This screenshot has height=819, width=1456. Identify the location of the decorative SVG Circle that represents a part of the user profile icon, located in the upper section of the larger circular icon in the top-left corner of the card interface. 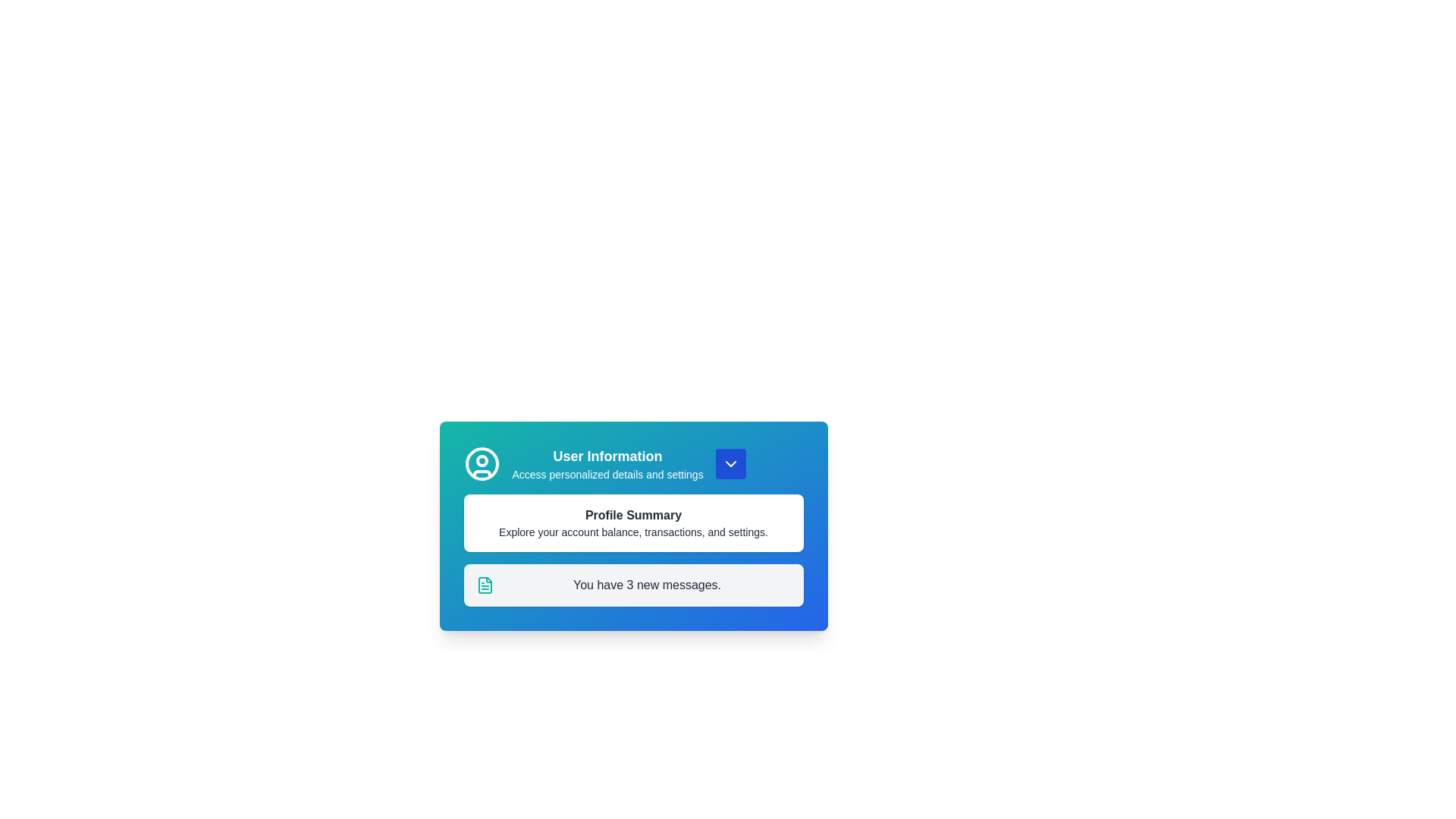
(481, 460).